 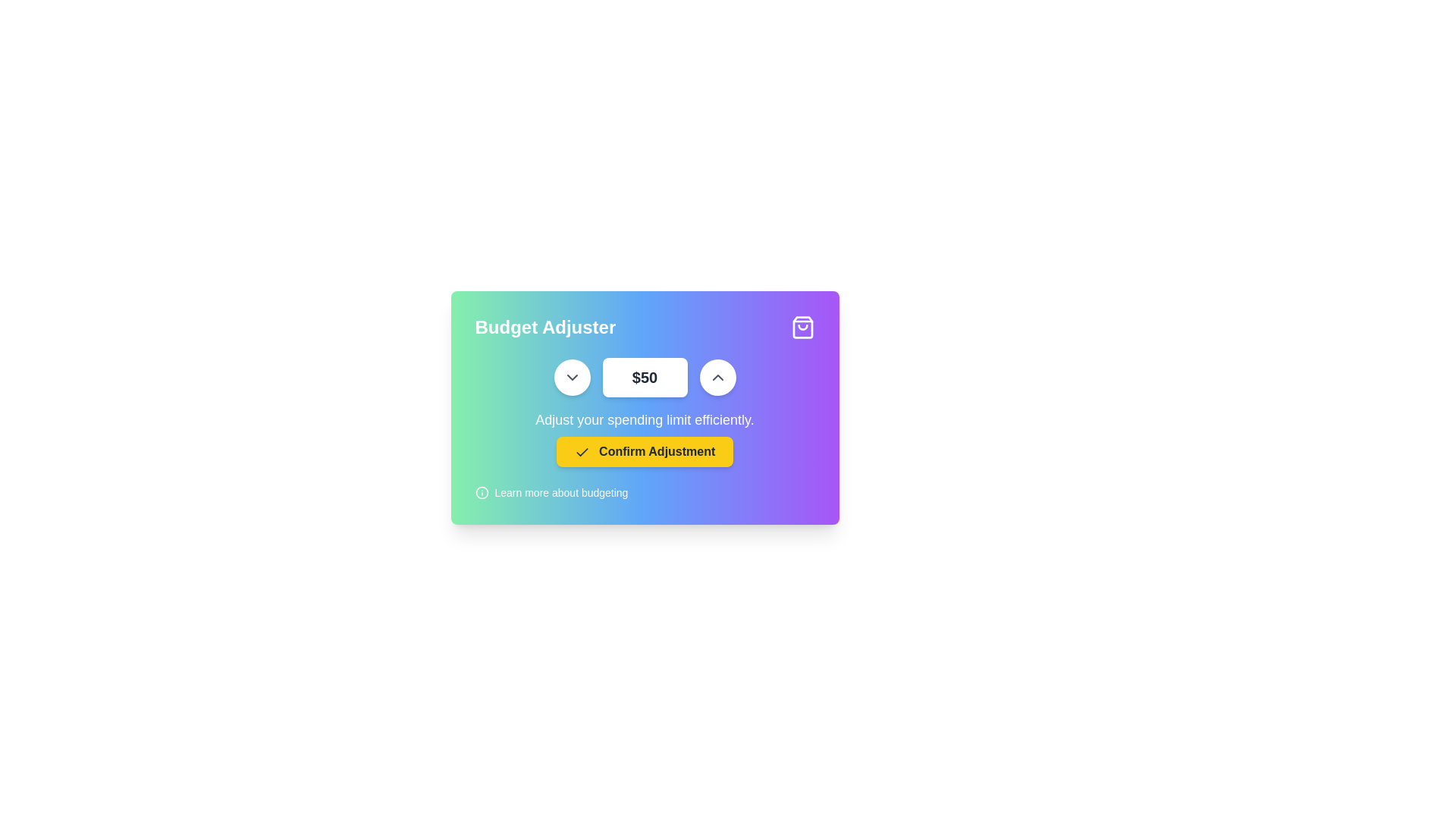 I want to click on visual header bar titled 'Budget Adjuster' featuring a shopping bag icon, located at the top of the card interface, so click(x=645, y=327).